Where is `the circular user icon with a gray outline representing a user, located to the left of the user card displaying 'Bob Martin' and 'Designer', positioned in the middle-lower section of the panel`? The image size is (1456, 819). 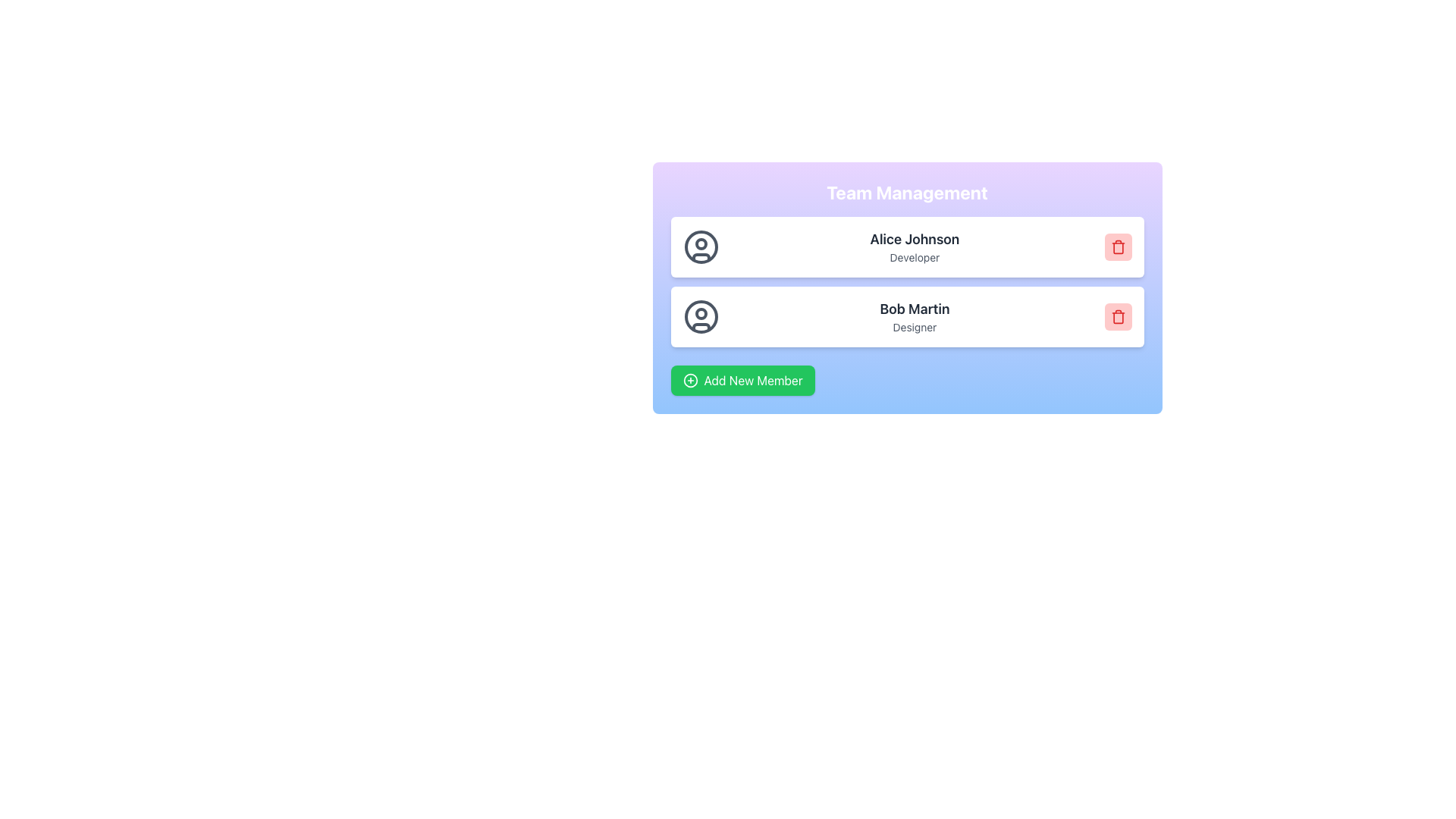
the circular user icon with a gray outline representing a user, located to the left of the user card displaying 'Bob Martin' and 'Designer', positioned in the middle-lower section of the panel is located at coordinates (700, 315).